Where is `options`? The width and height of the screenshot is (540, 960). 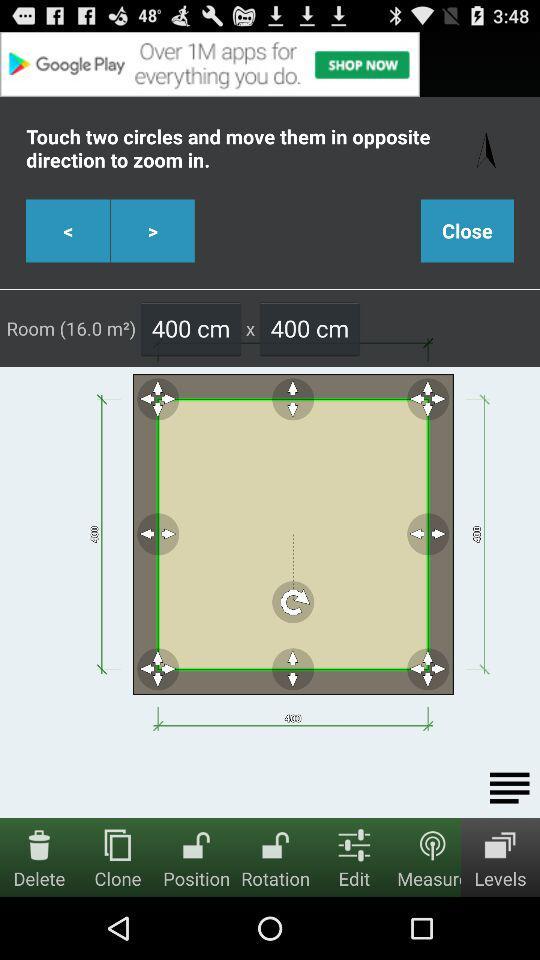
options is located at coordinates (509, 788).